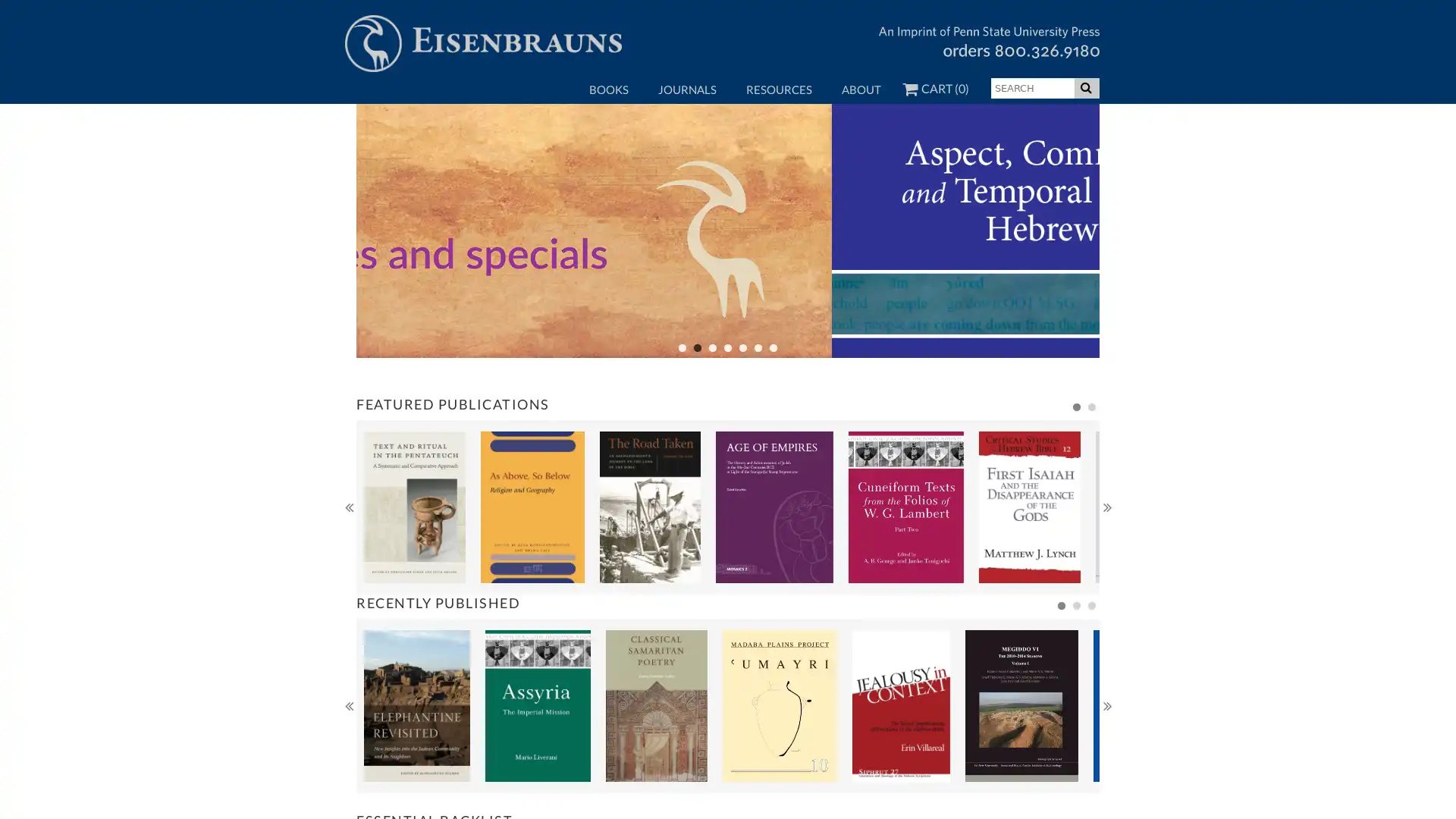  I want to click on Previous, so click(348, 564).